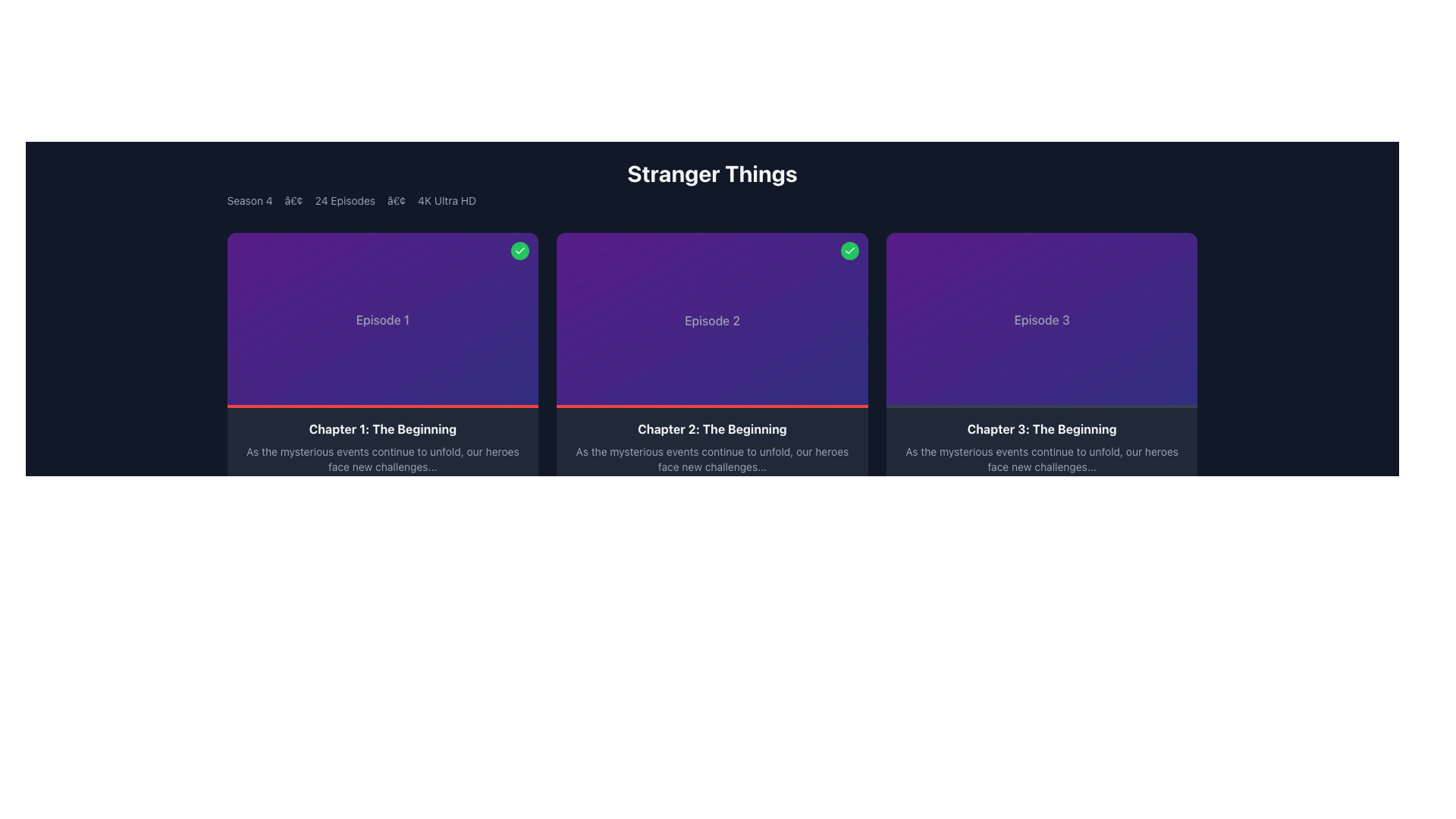  Describe the element at coordinates (1041, 406) in the screenshot. I see `the progress bar at the bottom of the Episode 3 interface to interact with it if it is interactive` at that location.